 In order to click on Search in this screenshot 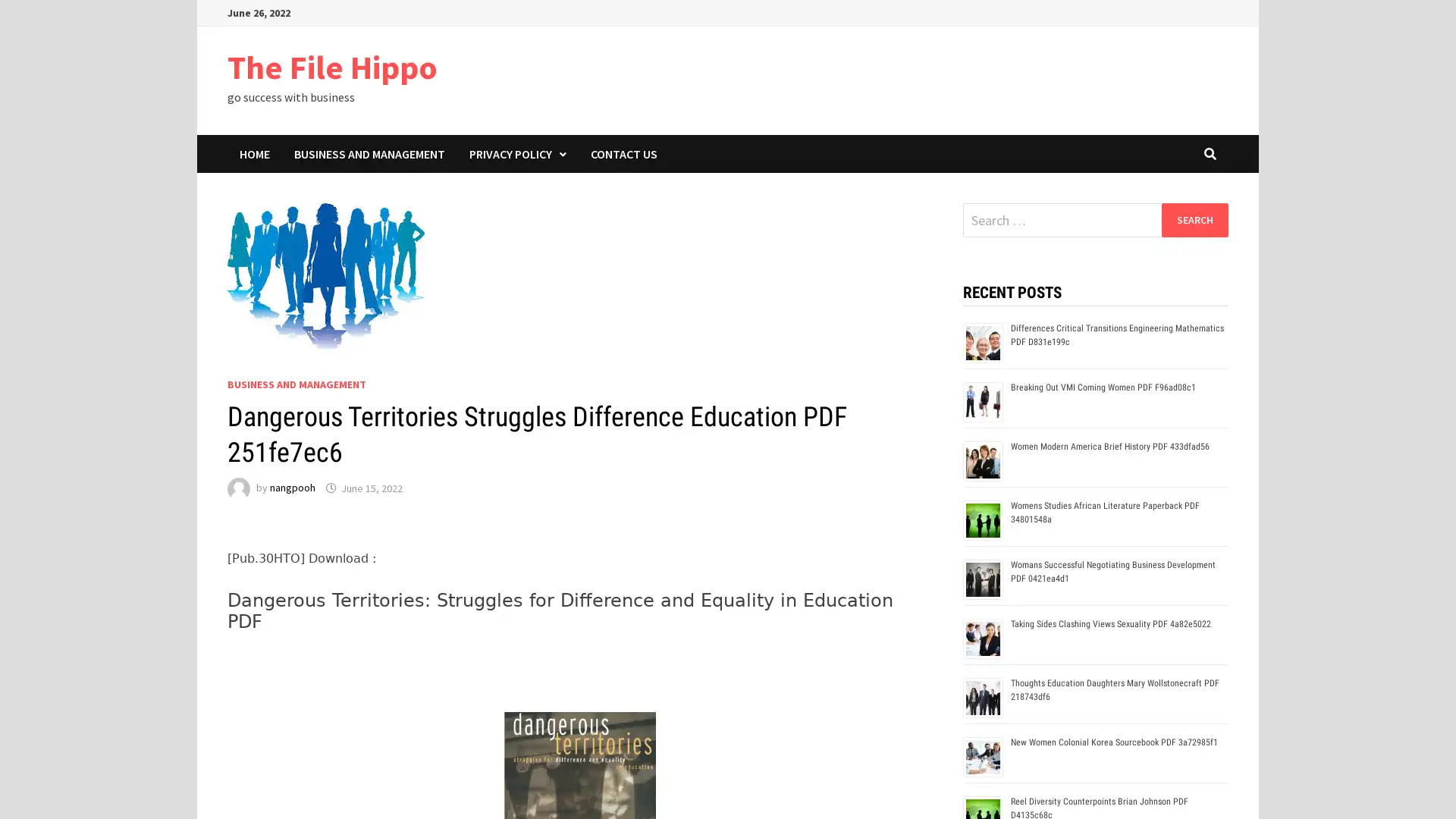, I will do `click(1194, 219)`.